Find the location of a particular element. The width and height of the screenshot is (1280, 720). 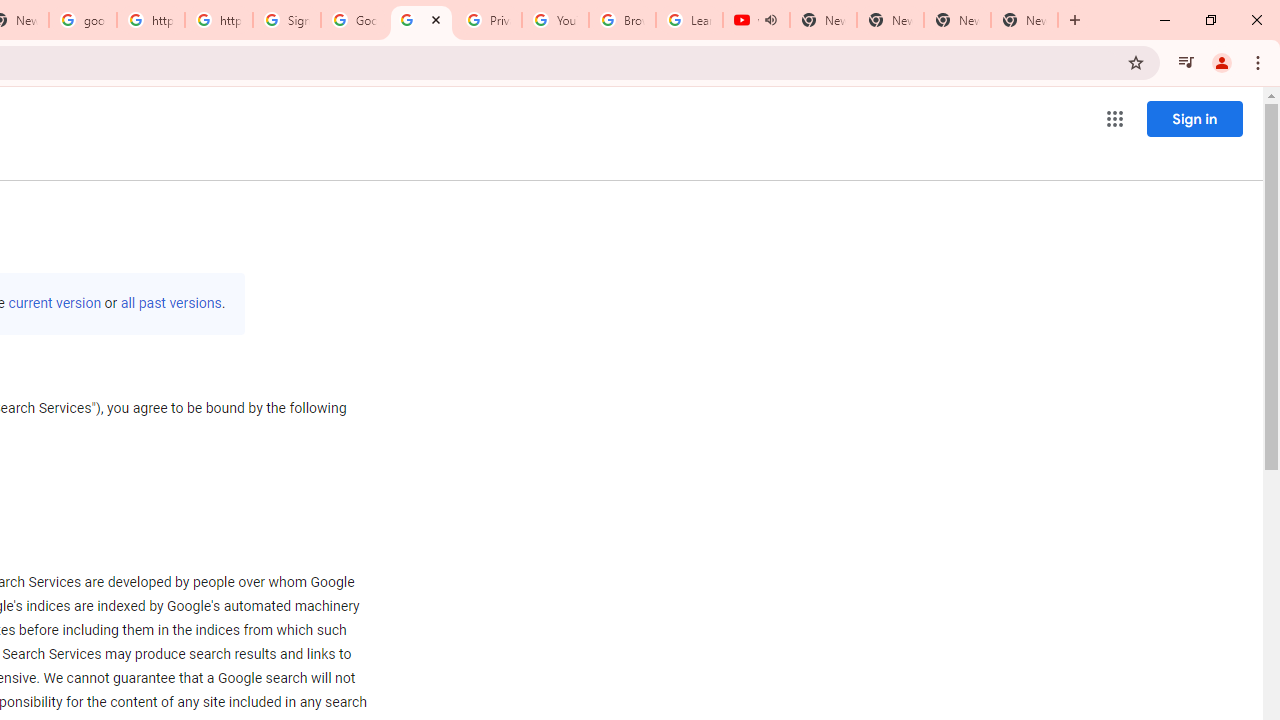

'https://scholar.google.com/' is located at coordinates (150, 20).